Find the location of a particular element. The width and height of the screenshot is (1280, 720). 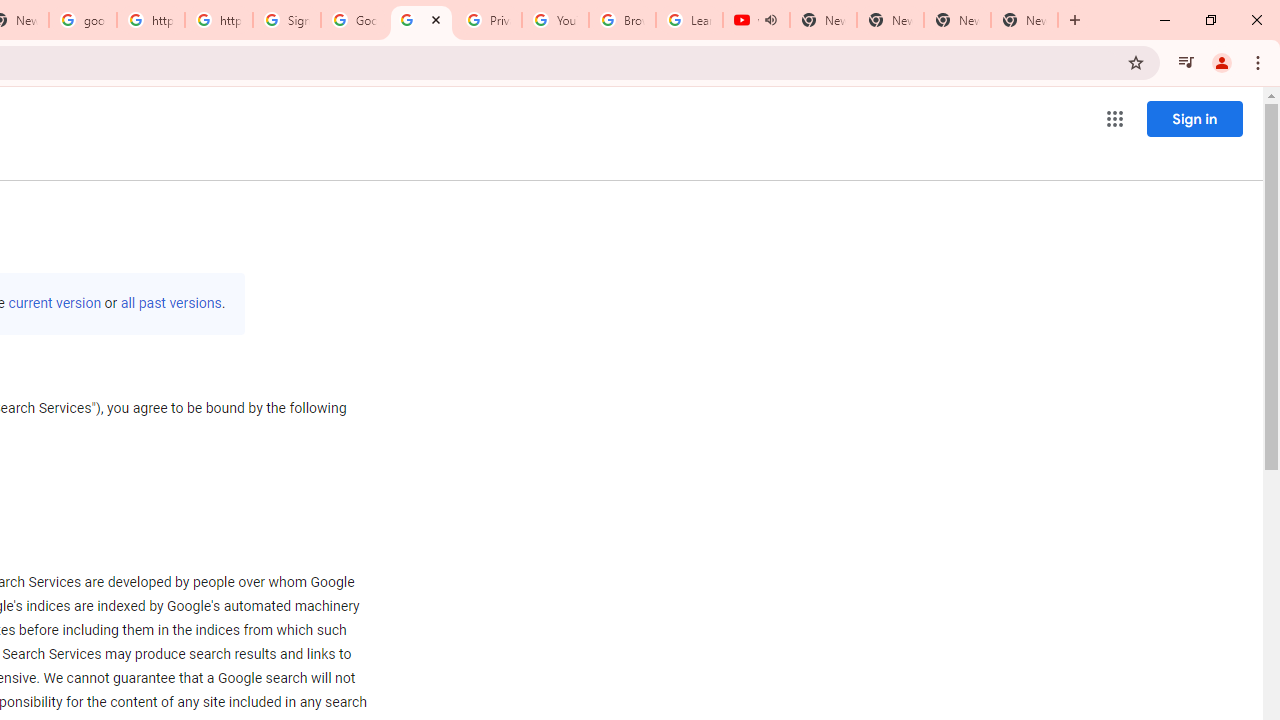

'https://scholar.google.com/' is located at coordinates (150, 20).